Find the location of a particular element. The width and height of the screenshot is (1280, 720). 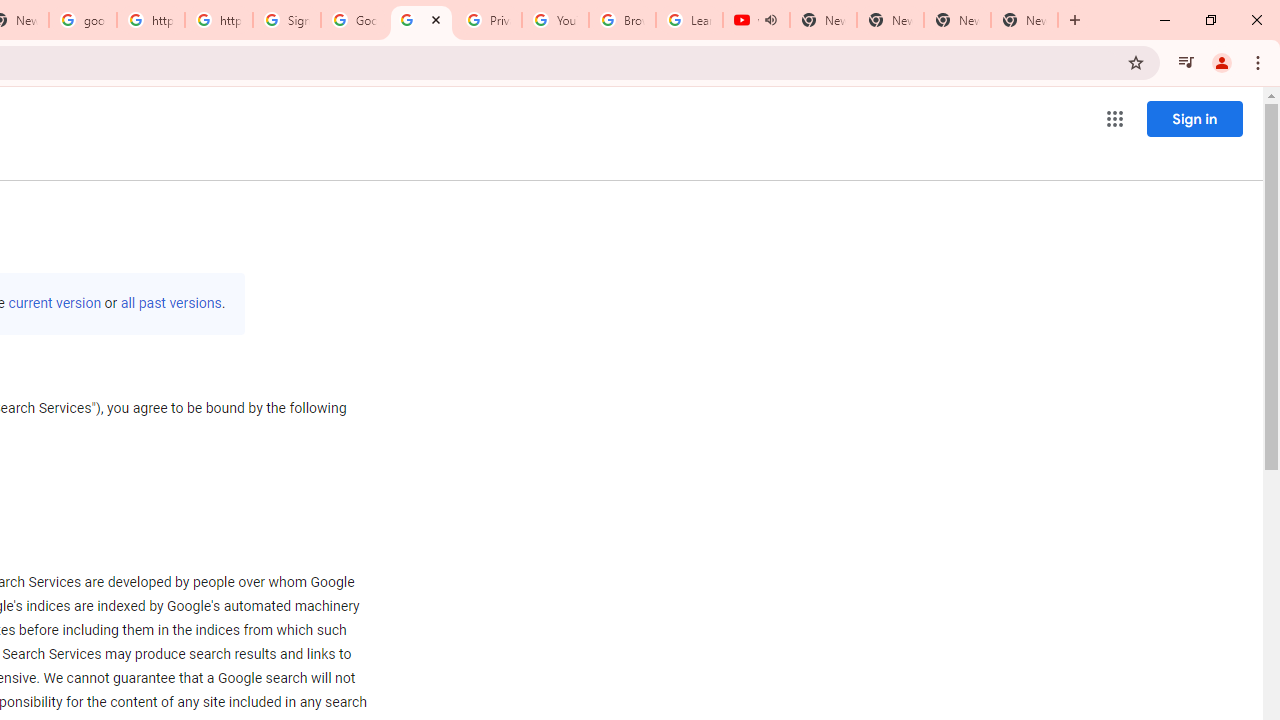

'https://scholar.google.com/' is located at coordinates (150, 20).